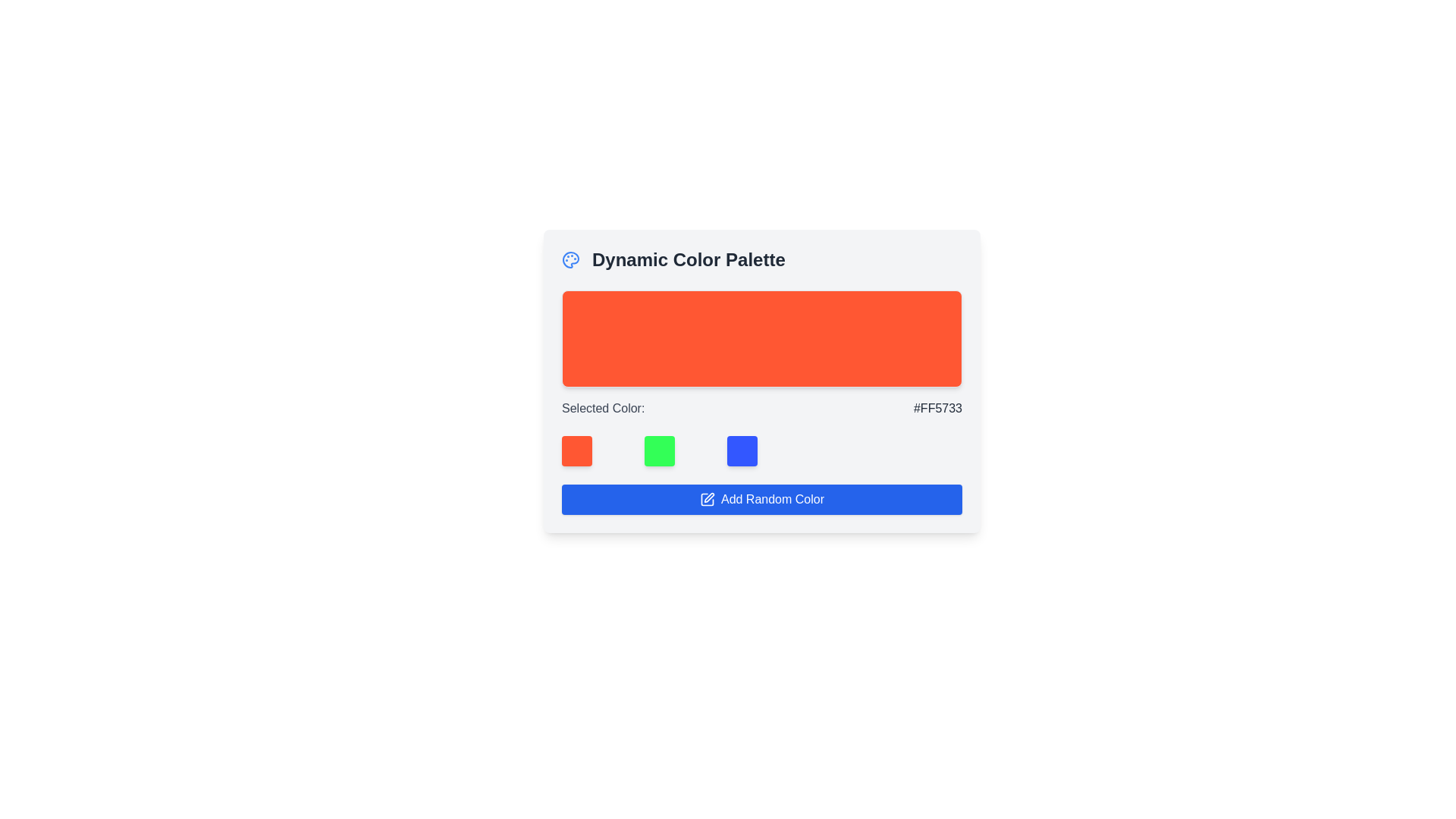 This screenshot has width=1456, height=819. Describe the element at coordinates (576, 450) in the screenshot. I see `the first square color box with rounded corners and a solid orange color` at that location.